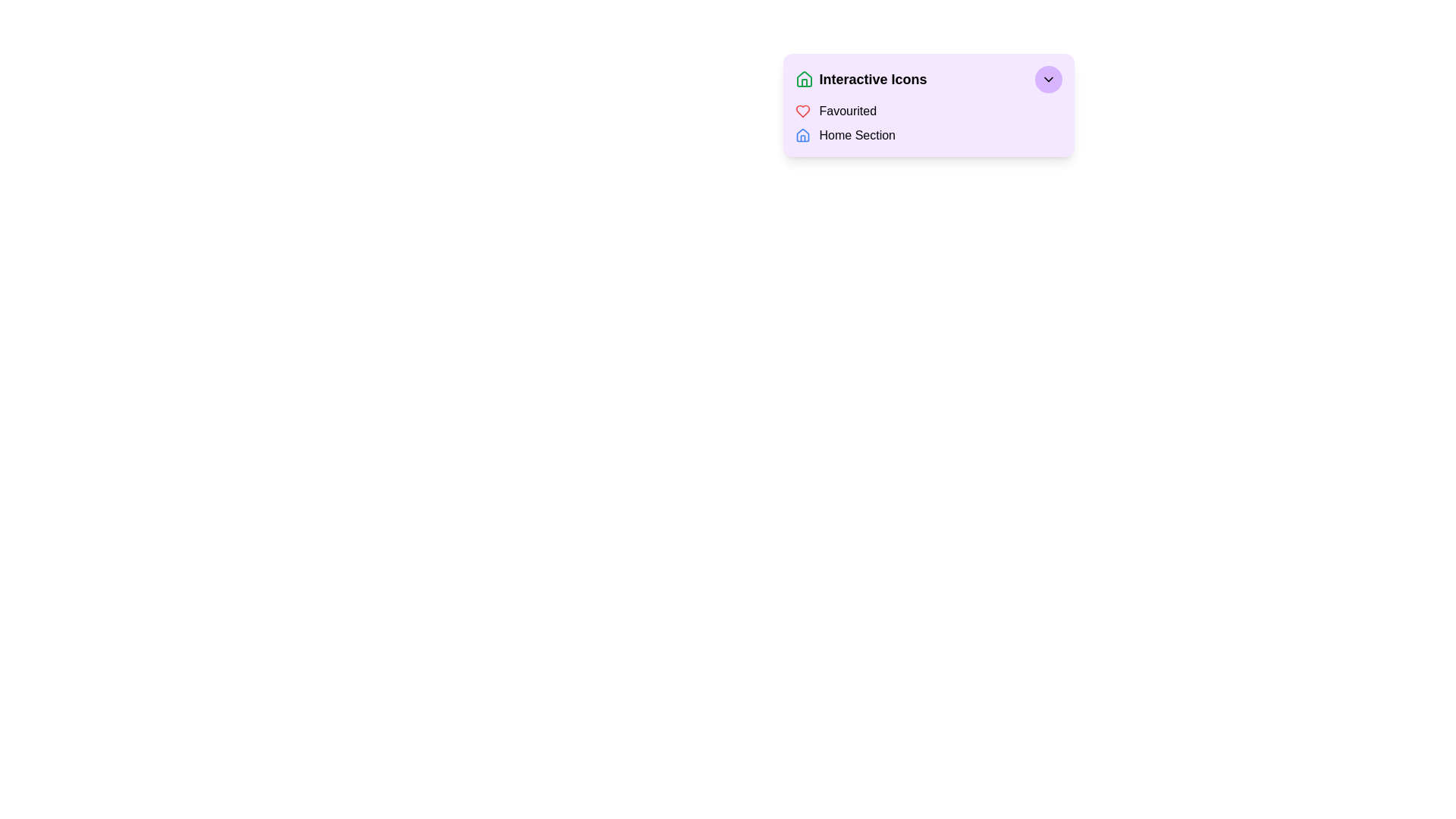 The height and width of the screenshot is (819, 1456). What do you see at coordinates (847, 110) in the screenshot?
I see `the 'Favourited' text label, which indicates a feature related to the heart icon` at bounding box center [847, 110].